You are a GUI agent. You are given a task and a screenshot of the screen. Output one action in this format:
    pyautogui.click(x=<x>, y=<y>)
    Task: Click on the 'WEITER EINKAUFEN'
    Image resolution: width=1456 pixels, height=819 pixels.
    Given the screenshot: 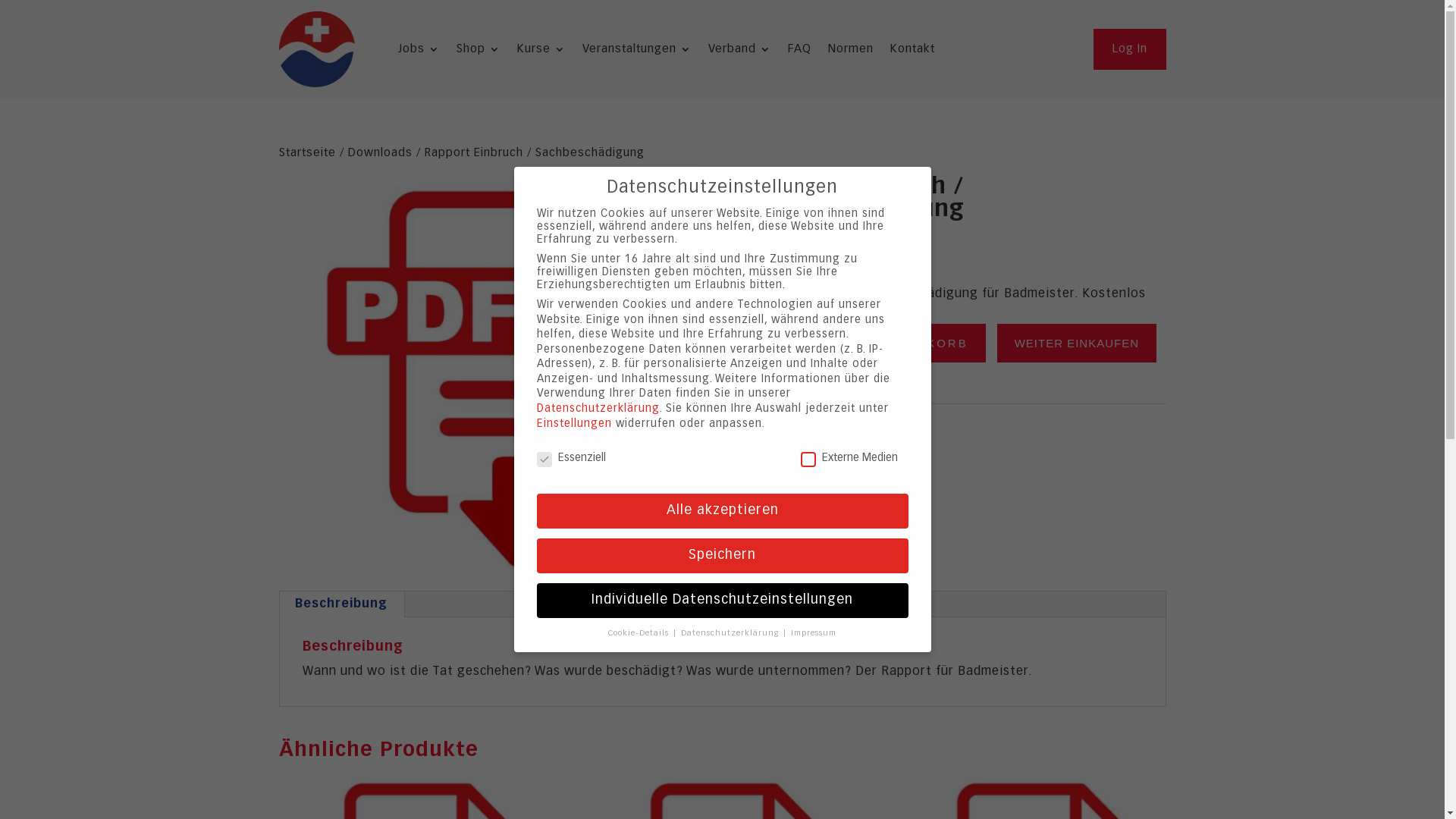 What is the action you would take?
    pyautogui.click(x=997, y=343)
    